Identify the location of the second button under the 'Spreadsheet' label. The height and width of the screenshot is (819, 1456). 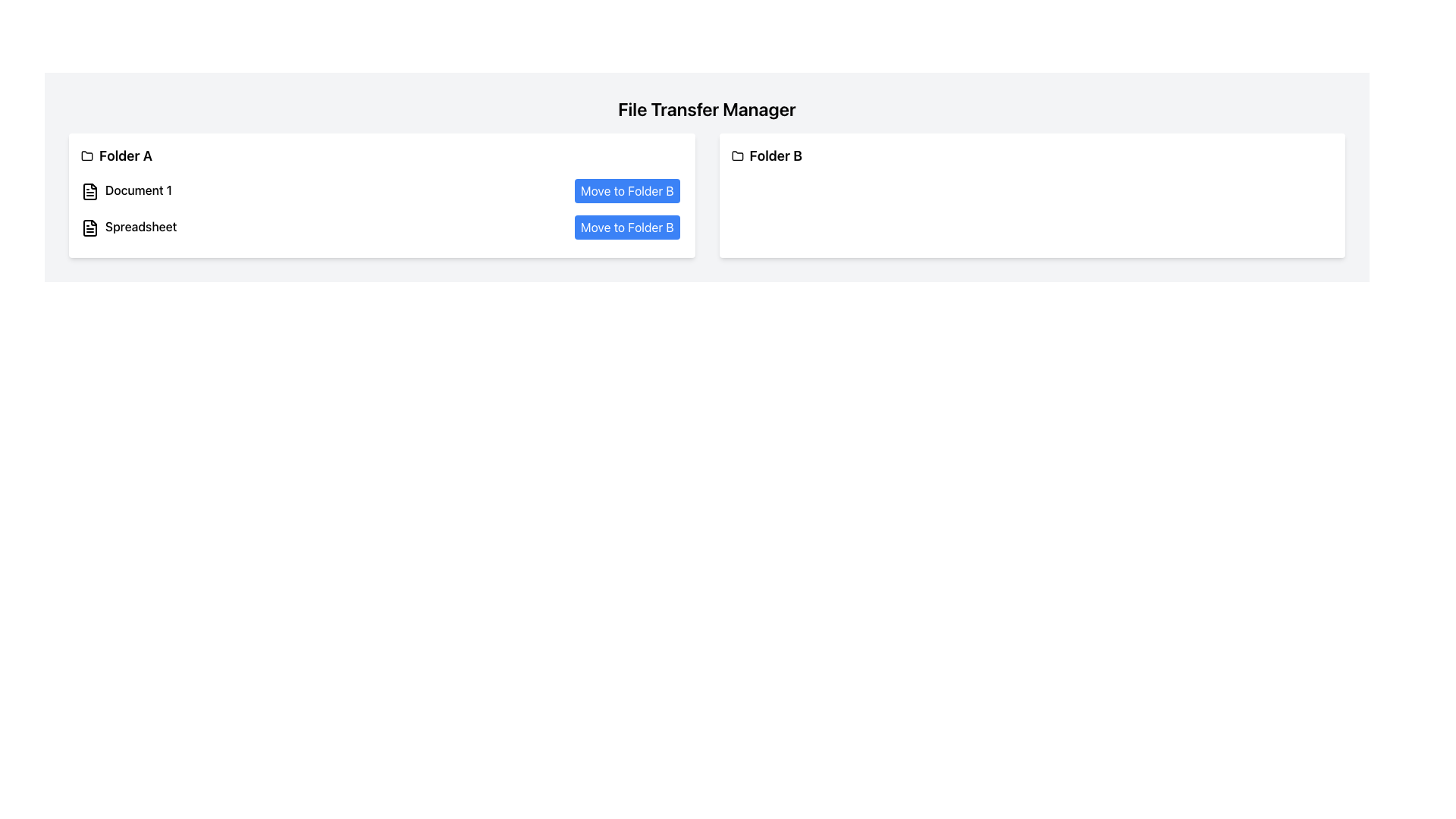
(627, 227).